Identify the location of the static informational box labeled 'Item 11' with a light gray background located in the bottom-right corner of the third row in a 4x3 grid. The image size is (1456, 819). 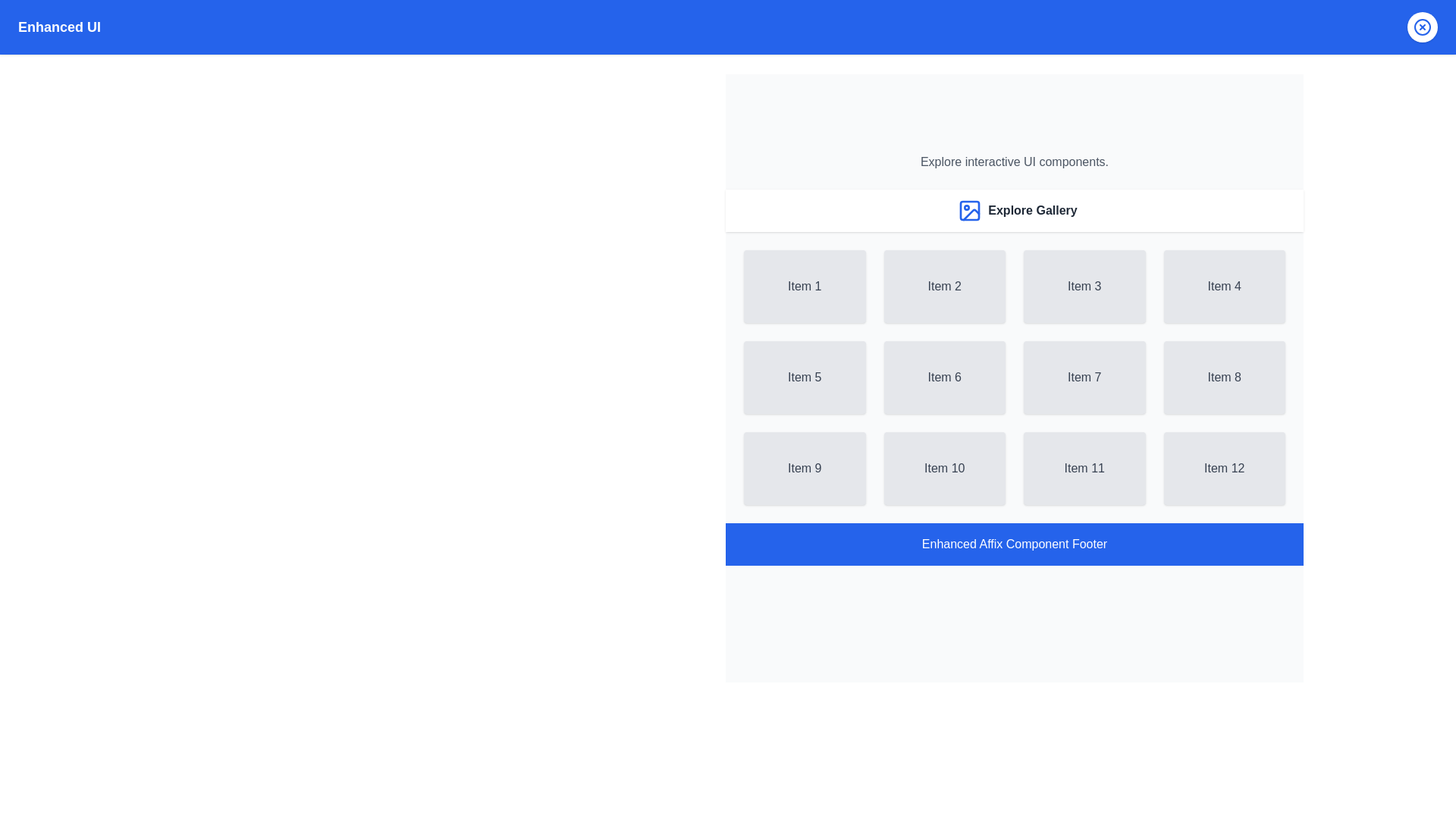
(1084, 467).